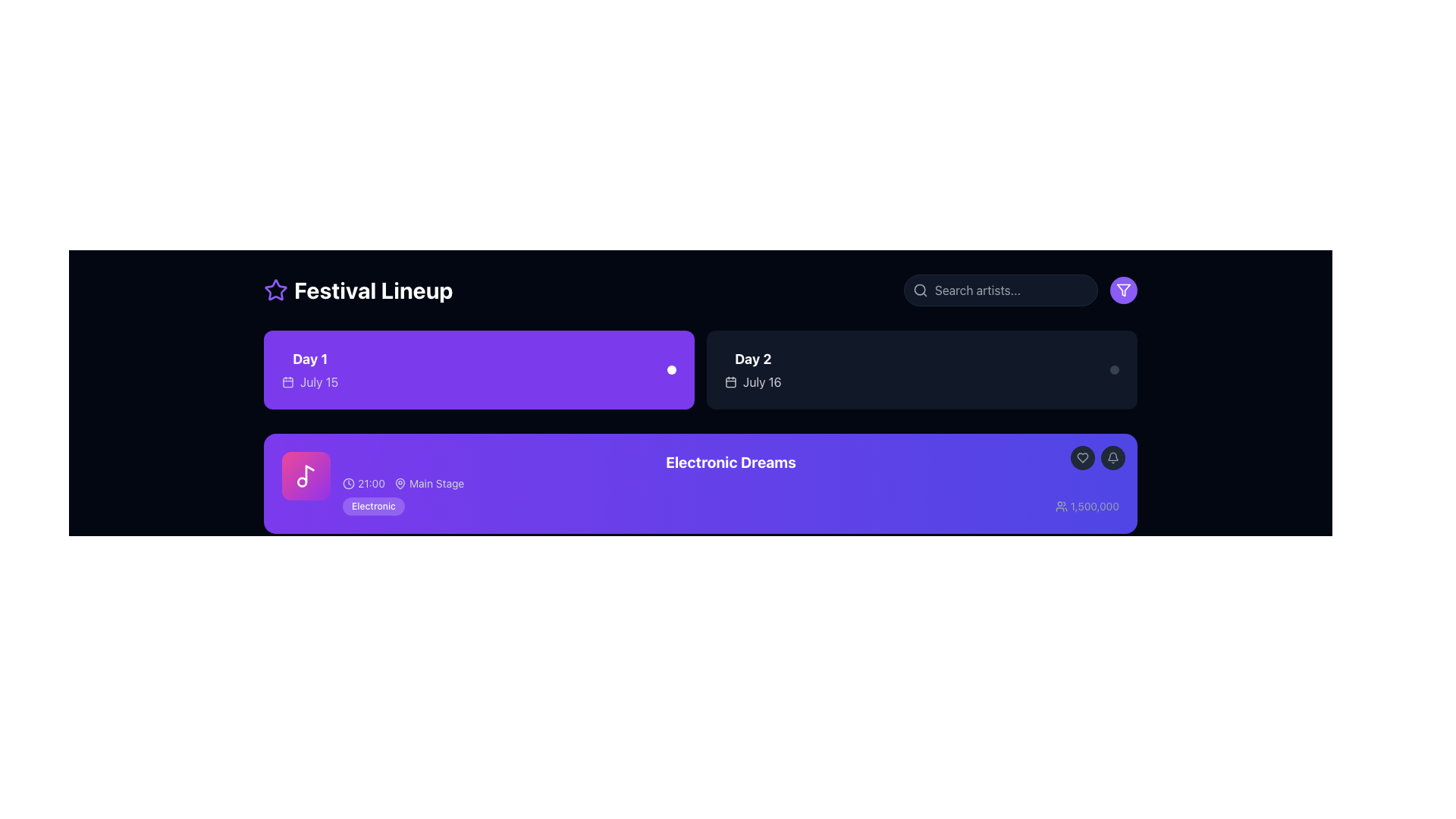 This screenshot has width=1456, height=819. Describe the element at coordinates (920, 290) in the screenshot. I see `the search icon represented by a magnifying glass graphic, which is located inside the text input field with the placeholder 'Search artists...'` at that location.